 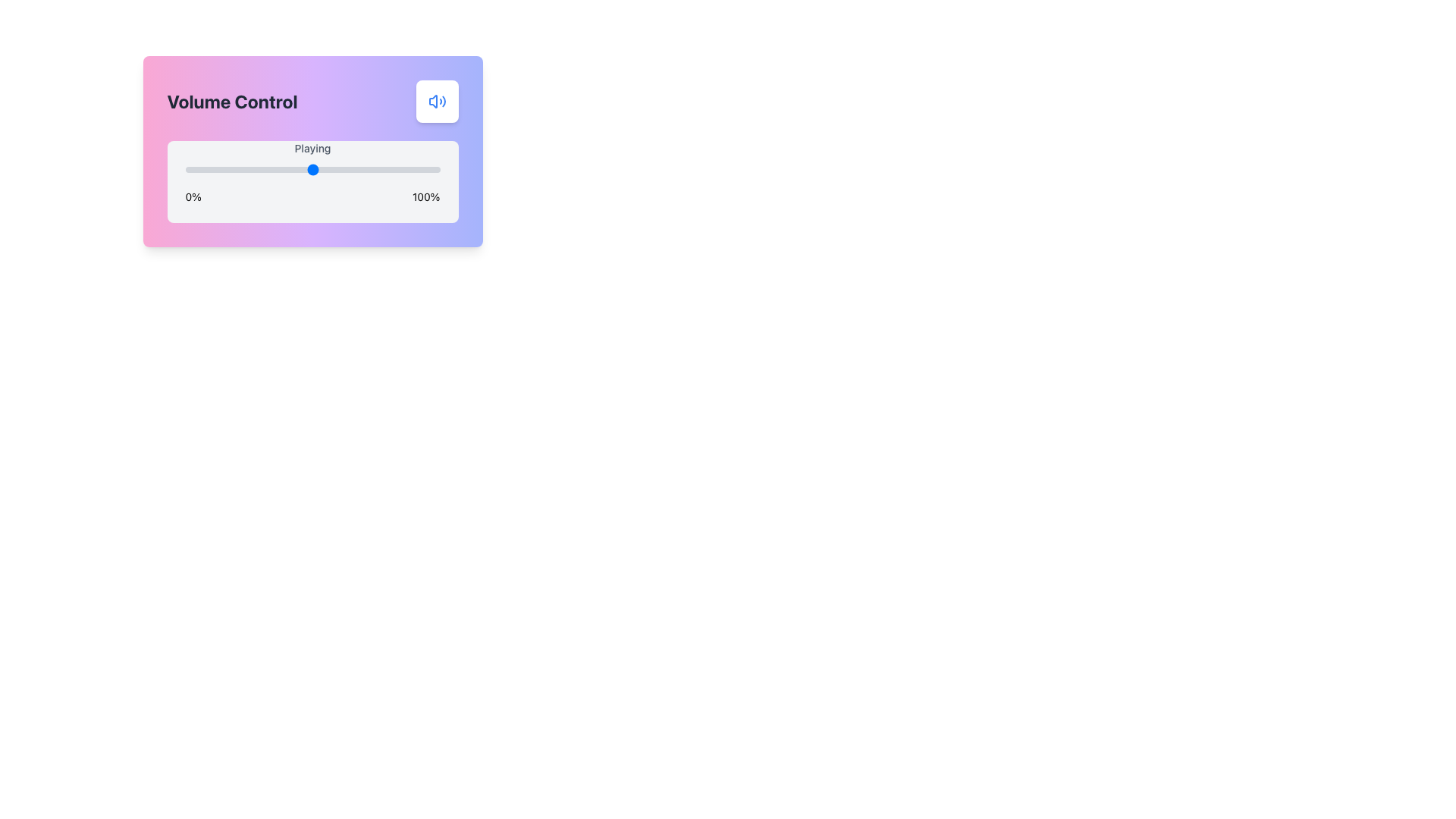 I want to click on the static text label displaying '0%' located to the left of the slider component, indicating the minimum value of the slider, so click(x=193, y=196).